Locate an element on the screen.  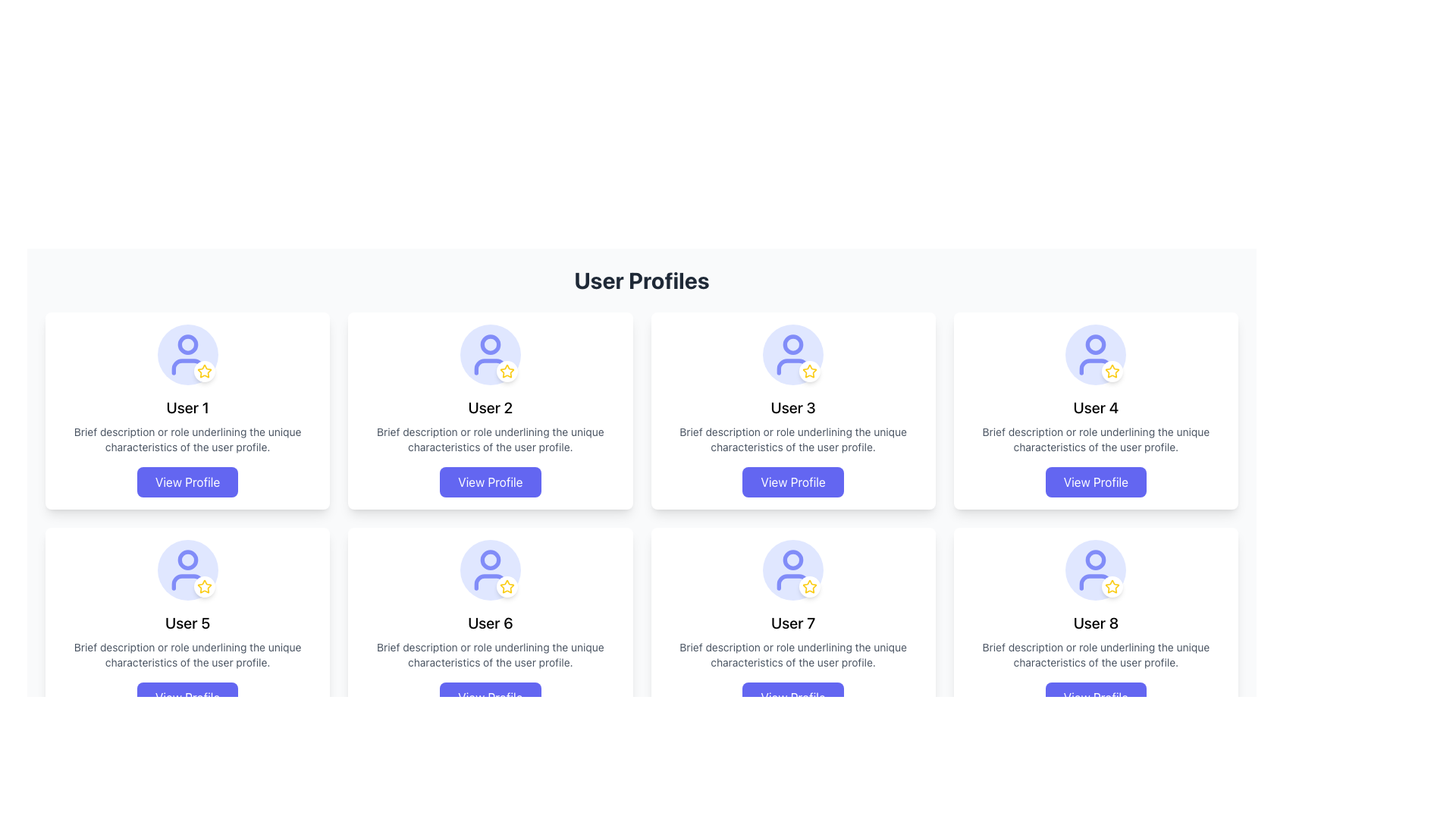
the profile picture of 'User 6' with a badge overlay, located at the top center of the user card in the second row and third column of the grid layout is located at coordinates (490, 570).